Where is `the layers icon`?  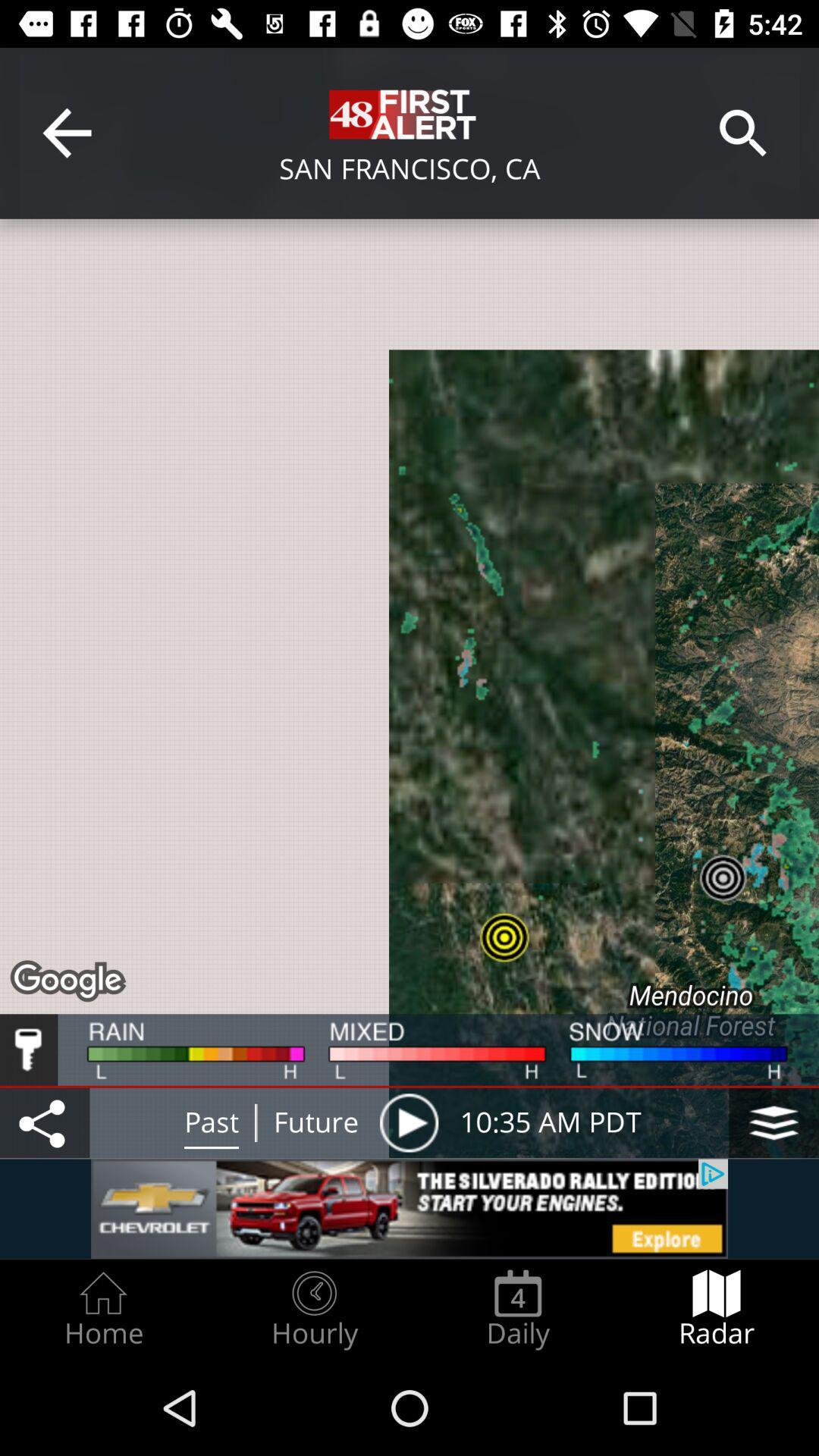 the layers icon is located at coordinates (773, 1122).